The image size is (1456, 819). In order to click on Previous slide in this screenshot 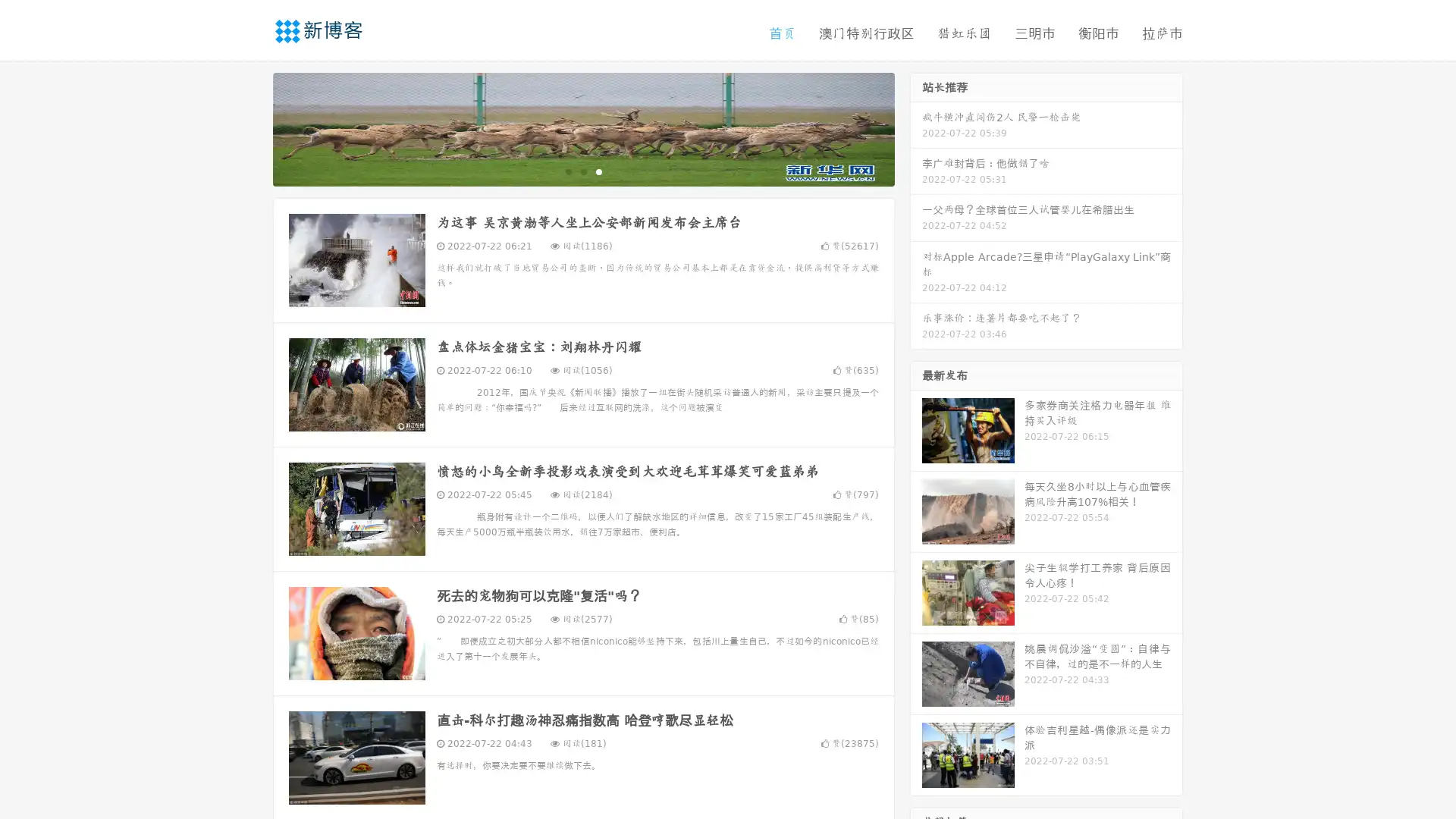, I will do `click(250, 127)`.